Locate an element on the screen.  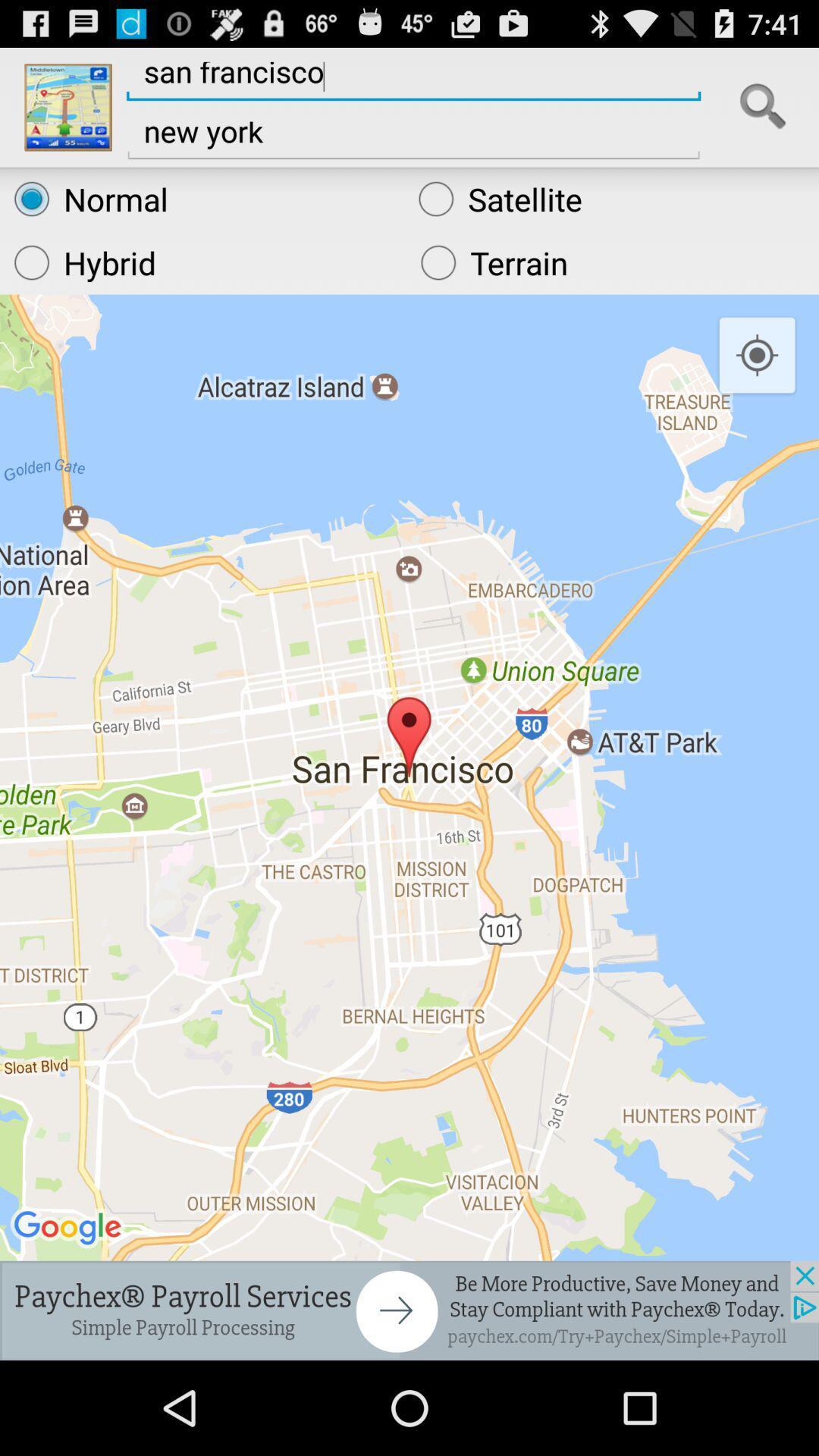
the location_crosshair icon is located at coordinates (757, 381).